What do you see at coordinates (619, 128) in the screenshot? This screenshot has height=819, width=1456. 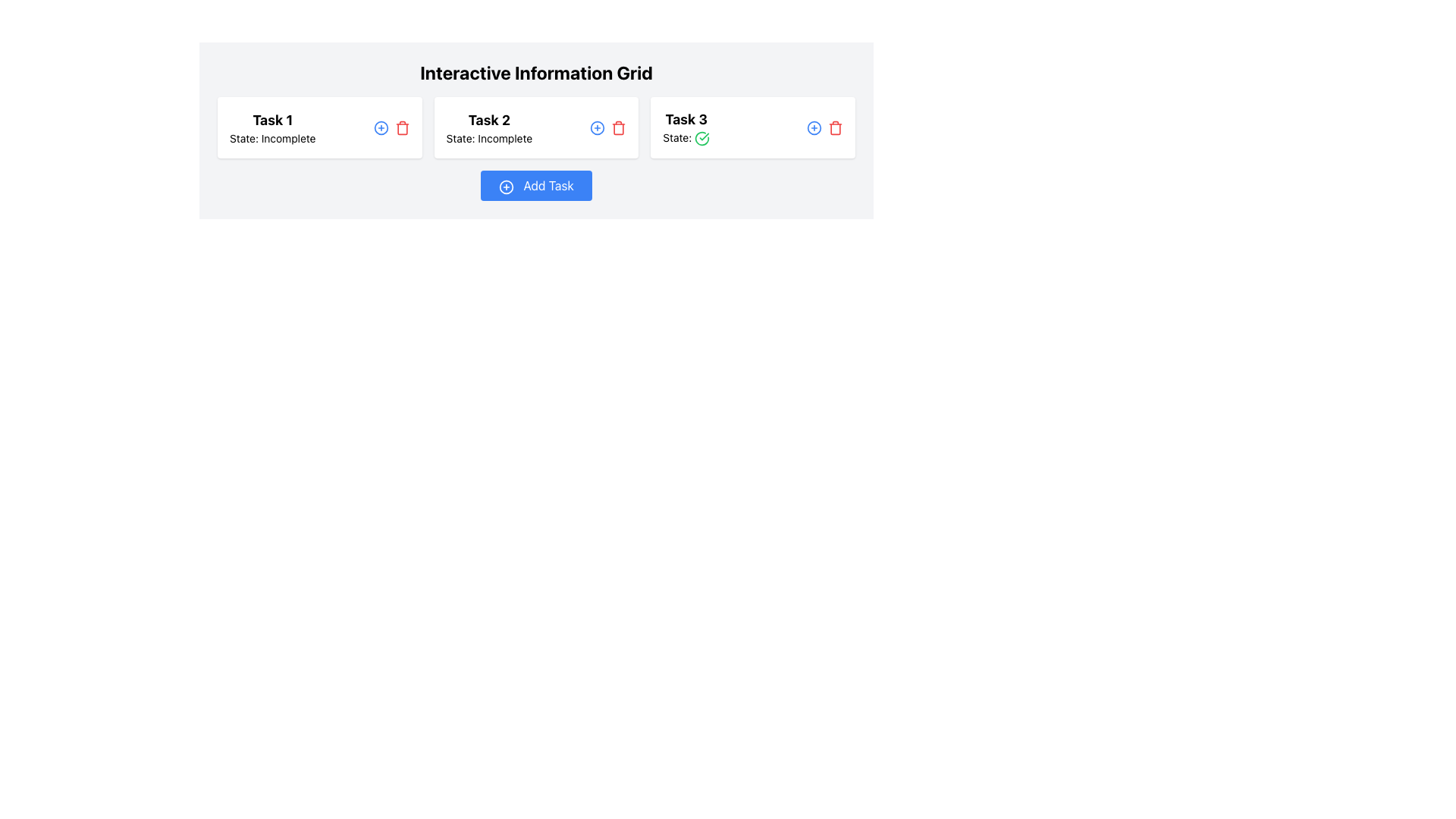 I see `the trash icon within the 'Task 2' information card` at bounding box center [619, 128].